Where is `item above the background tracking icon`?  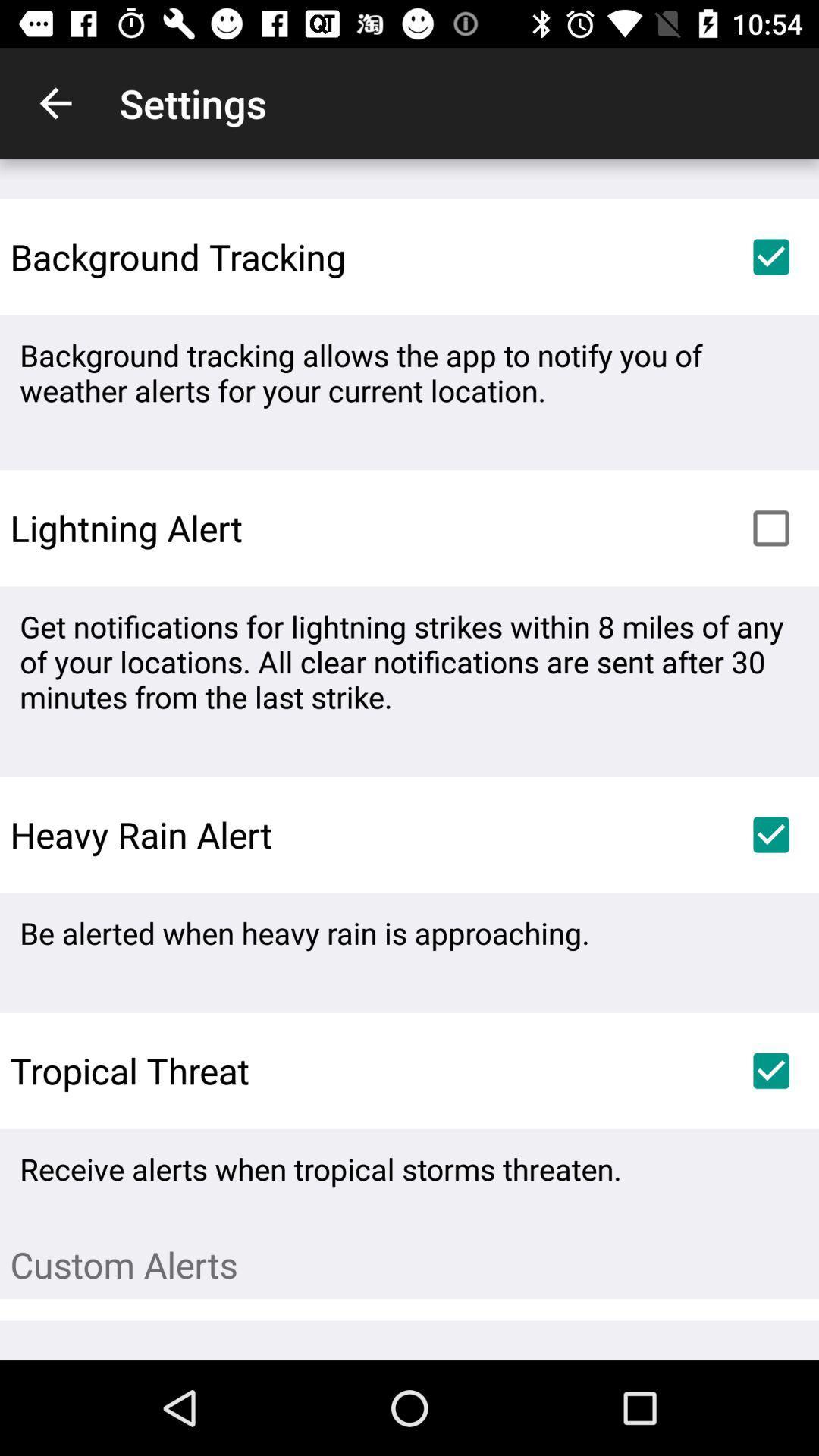 item above the background tracking icon is located at coordinates (55, 102).